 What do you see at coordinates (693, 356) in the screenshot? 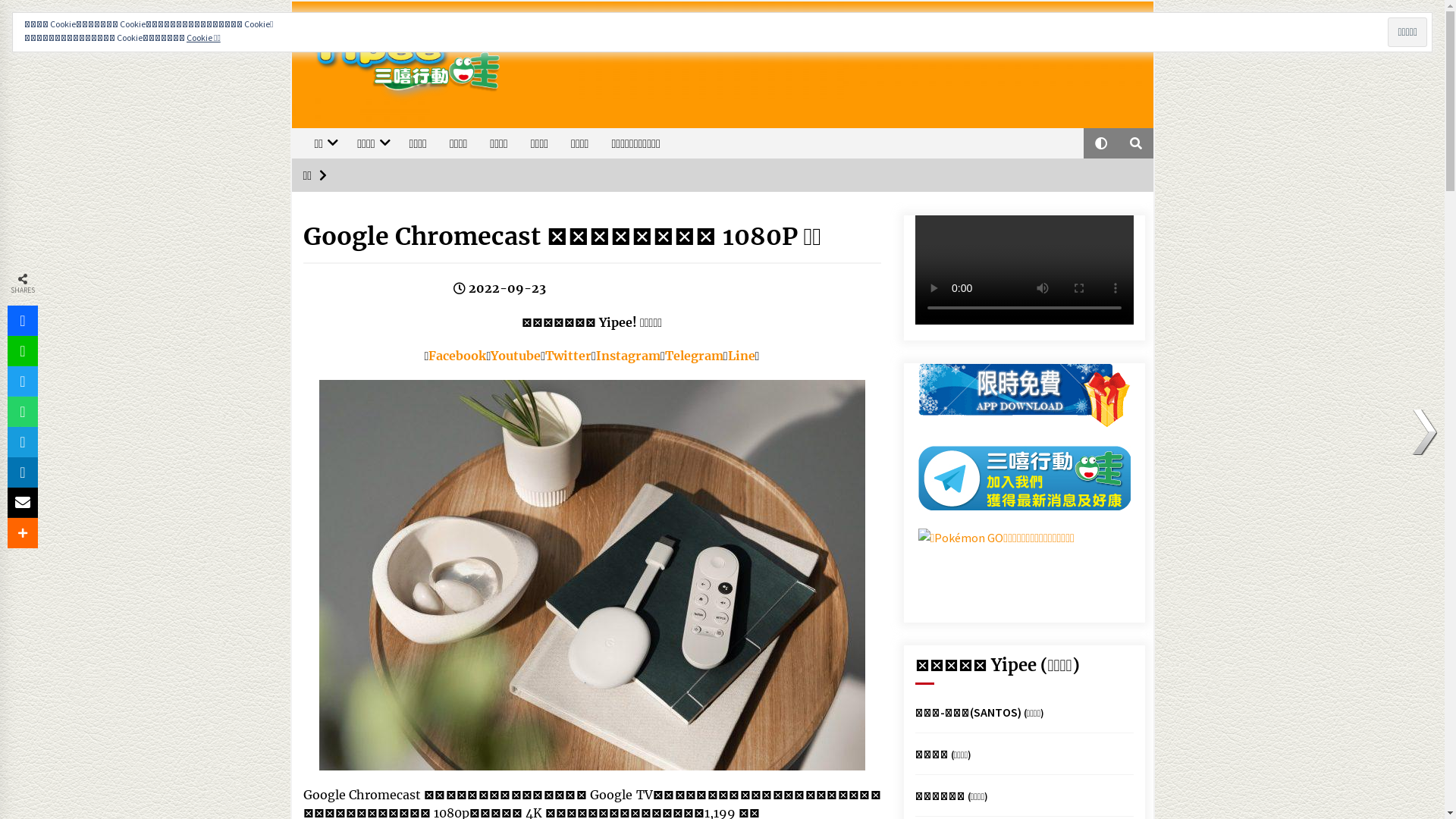
I see `'Telegram'` at bounding box center [693, 356].